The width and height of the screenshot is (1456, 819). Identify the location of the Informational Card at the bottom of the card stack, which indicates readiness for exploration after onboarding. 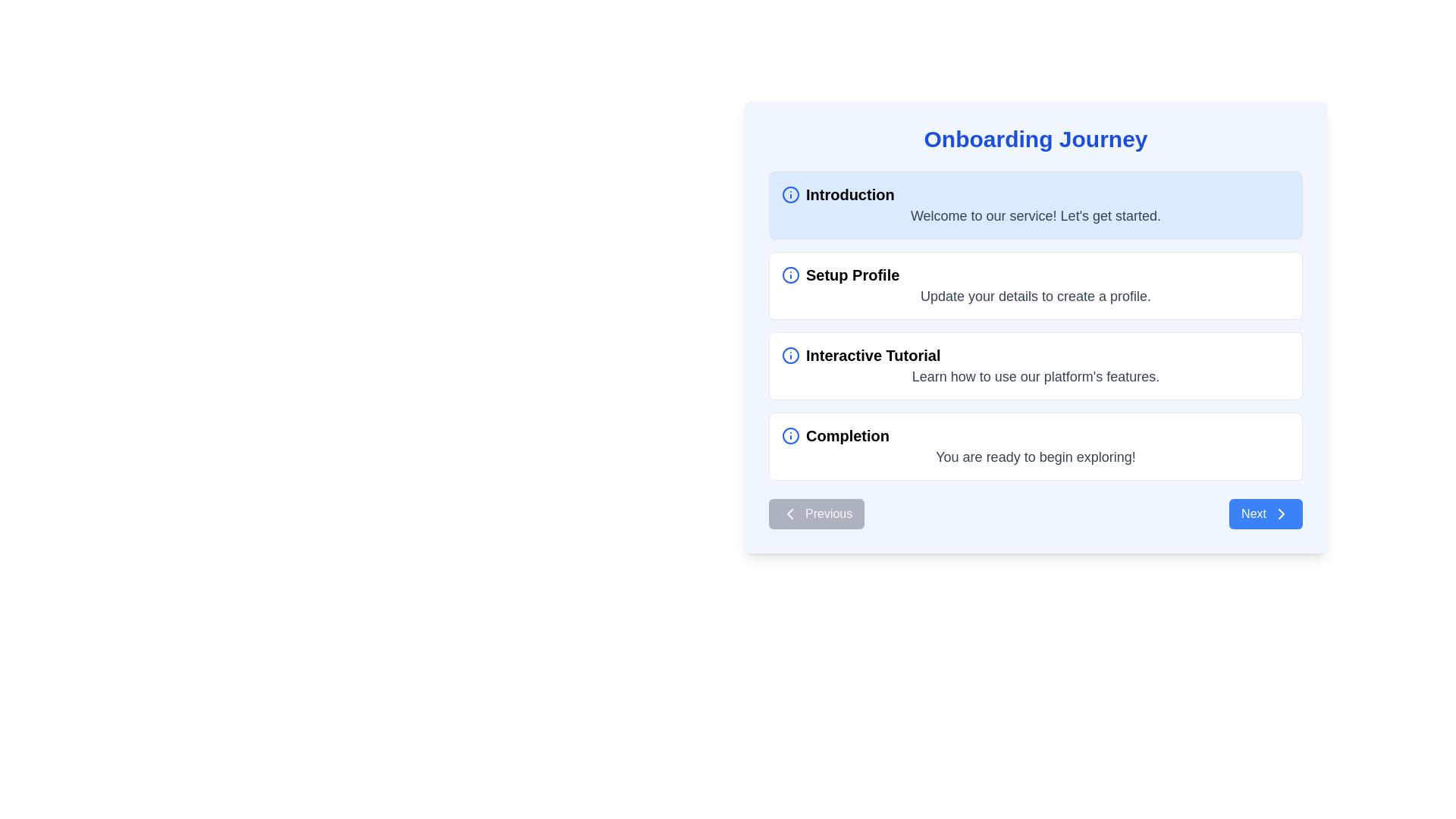
(1035, 446).